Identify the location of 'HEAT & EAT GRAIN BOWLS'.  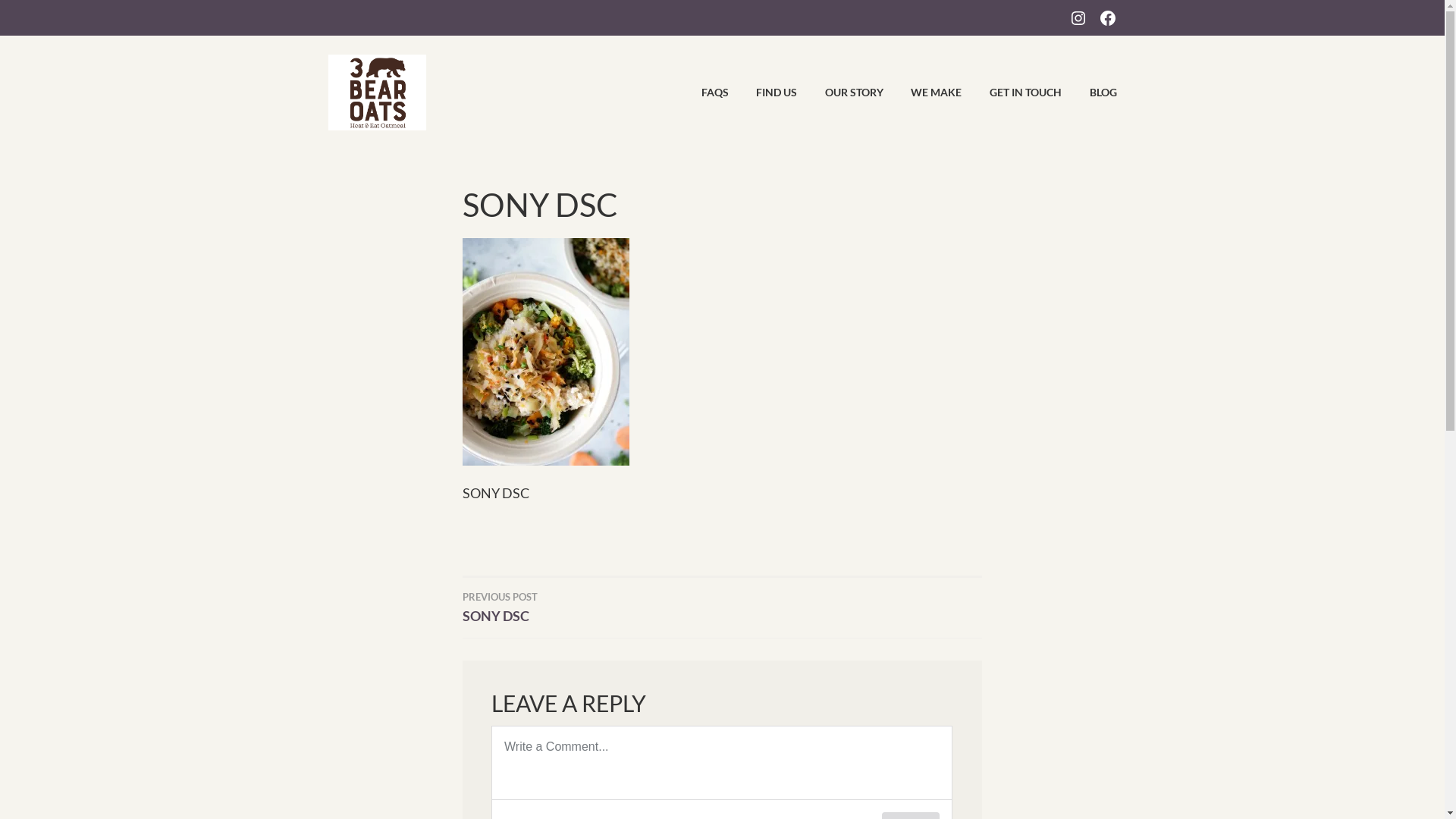
(636, 70).